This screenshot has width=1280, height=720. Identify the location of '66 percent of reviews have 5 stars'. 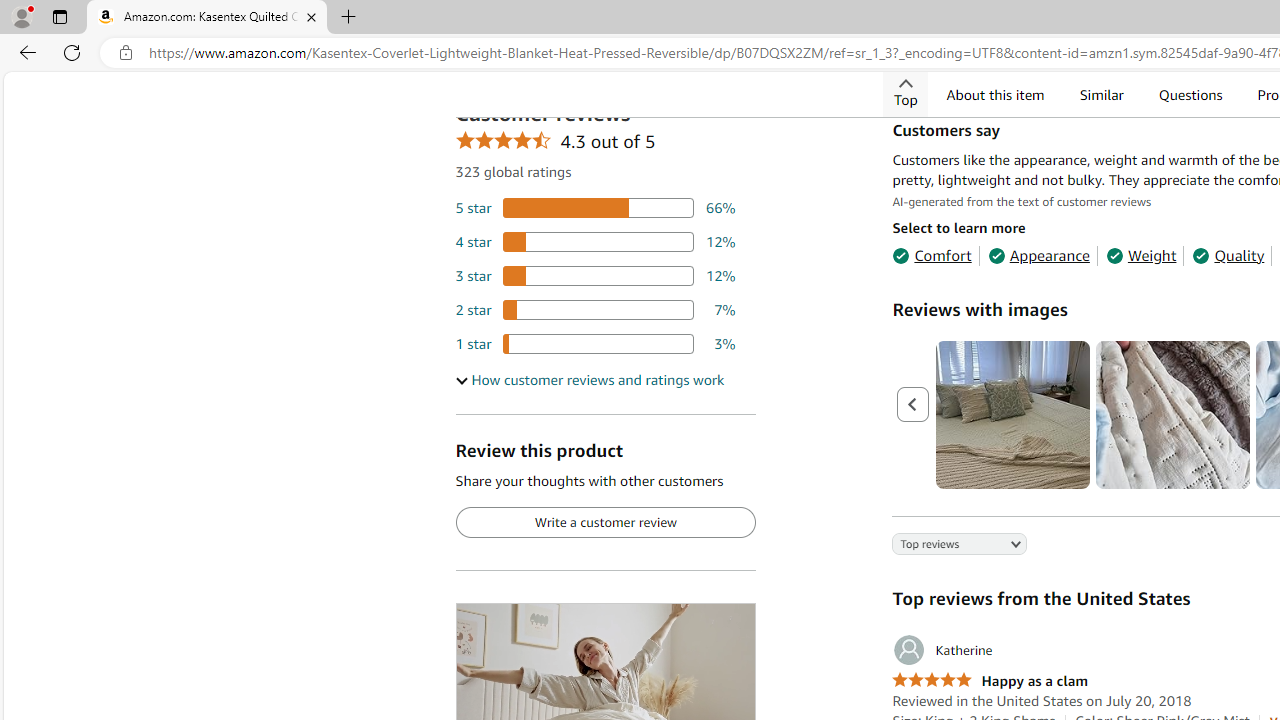
(594, 207).